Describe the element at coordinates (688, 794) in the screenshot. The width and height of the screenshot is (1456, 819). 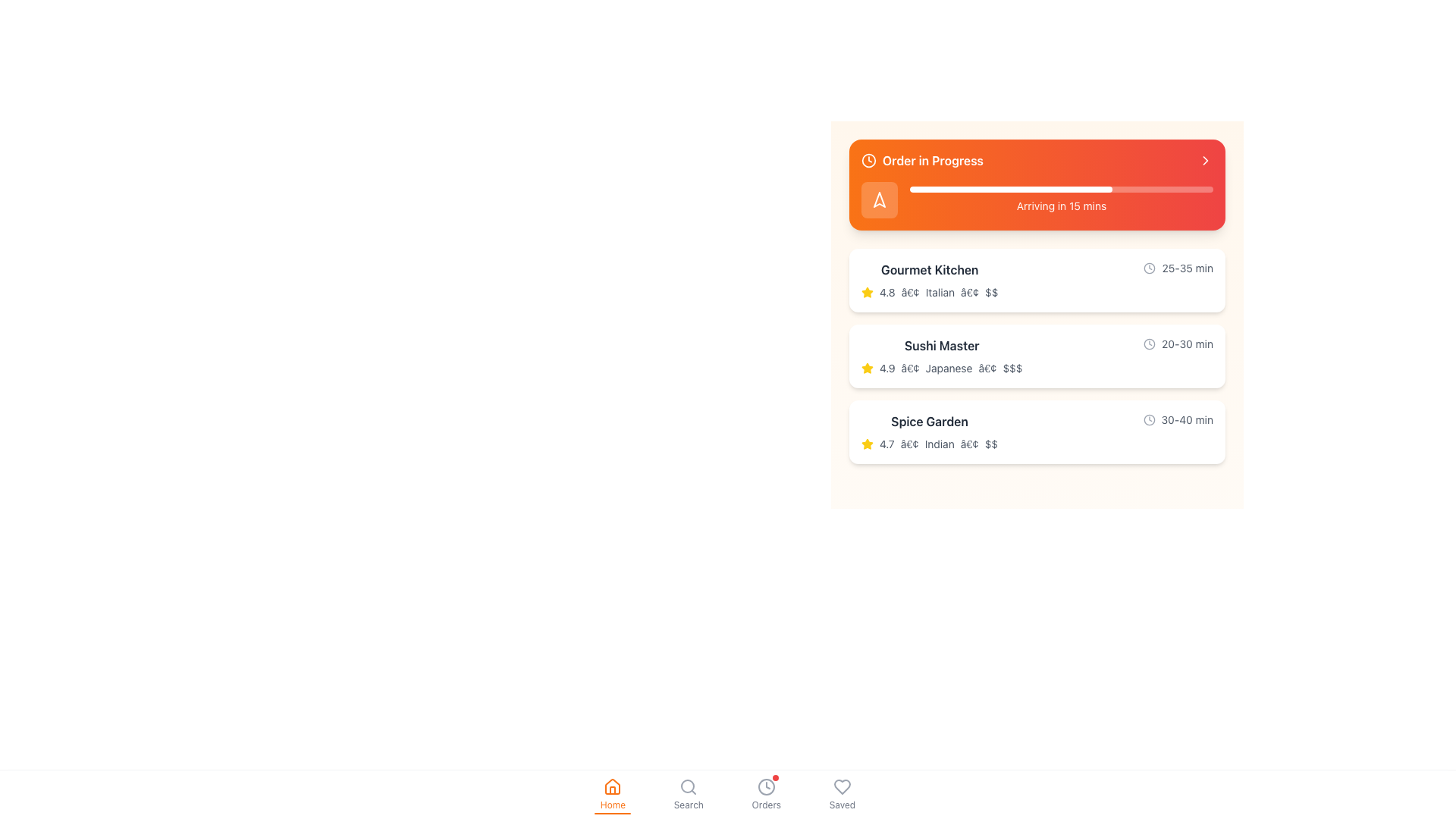
I see `the second icon from the left in the navigation bar at the bottom of the app interface` at that location.